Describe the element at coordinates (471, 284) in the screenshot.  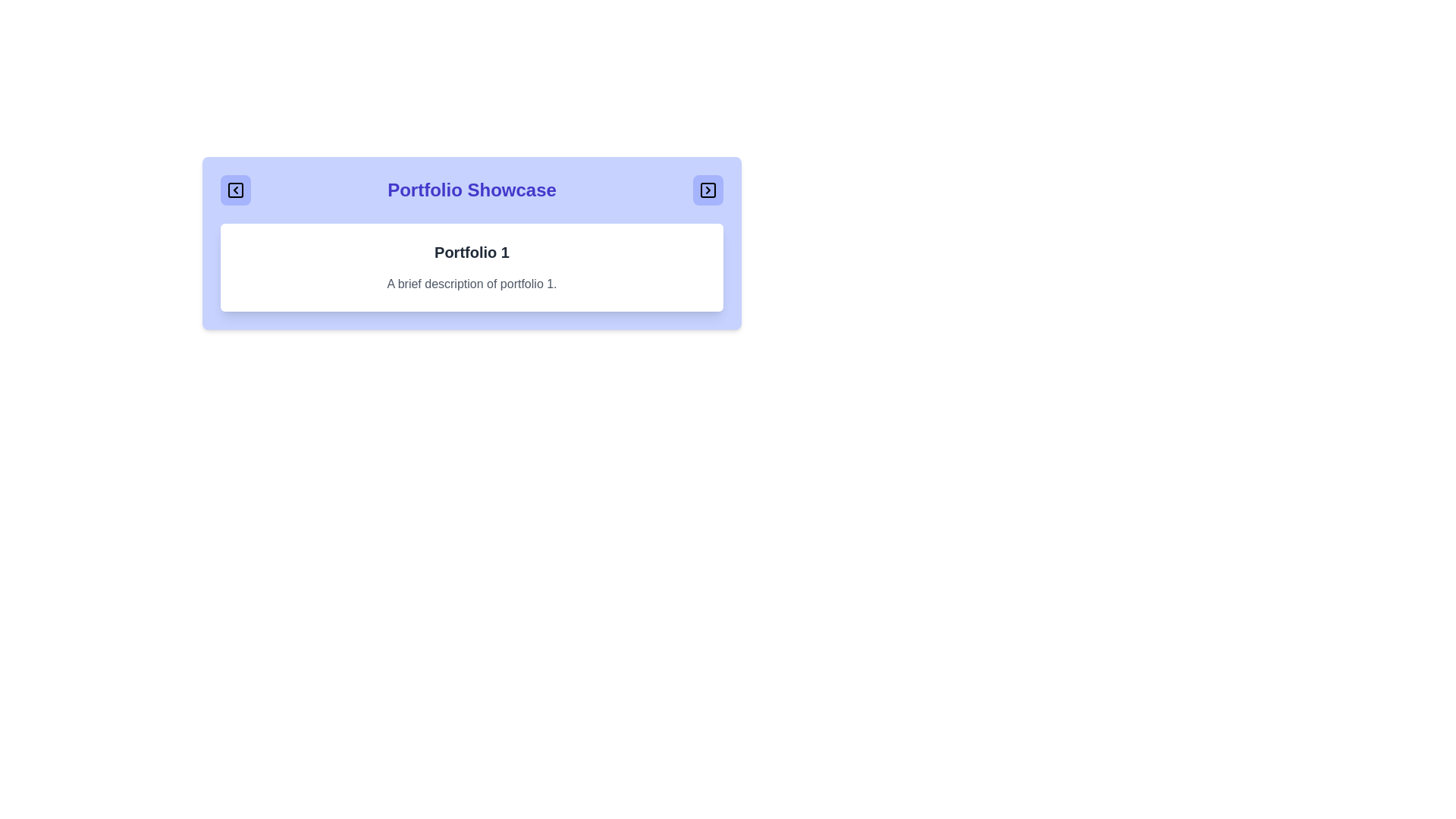
I see `the static text reading 'A brief description of portfolio 1.' which is styled in gray and positioned below the title 'Portfolio 1' in a high-contrast card` at that location.